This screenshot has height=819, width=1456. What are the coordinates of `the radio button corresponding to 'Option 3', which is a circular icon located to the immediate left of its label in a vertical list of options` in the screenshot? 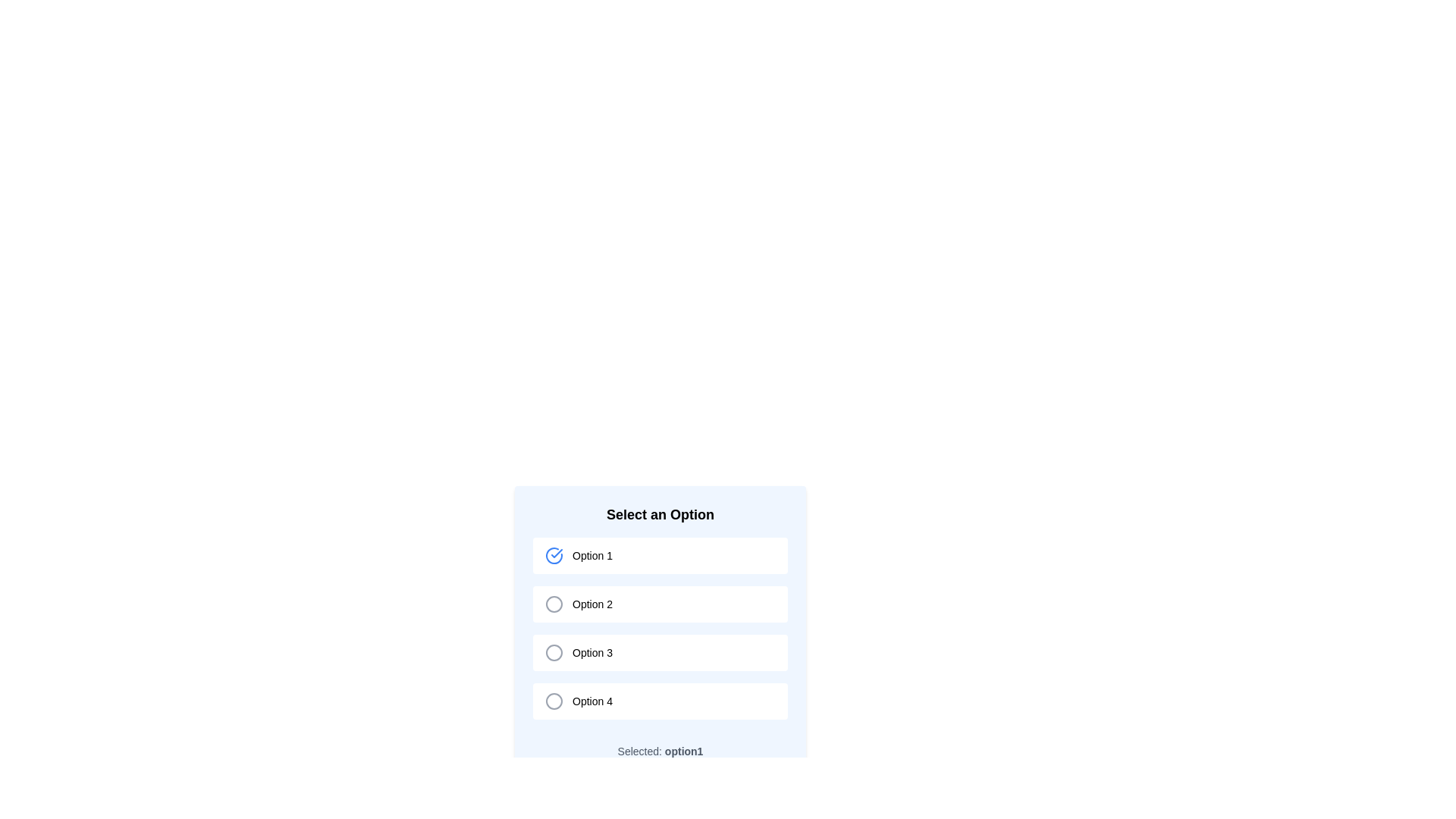 It's located at (553, 651).